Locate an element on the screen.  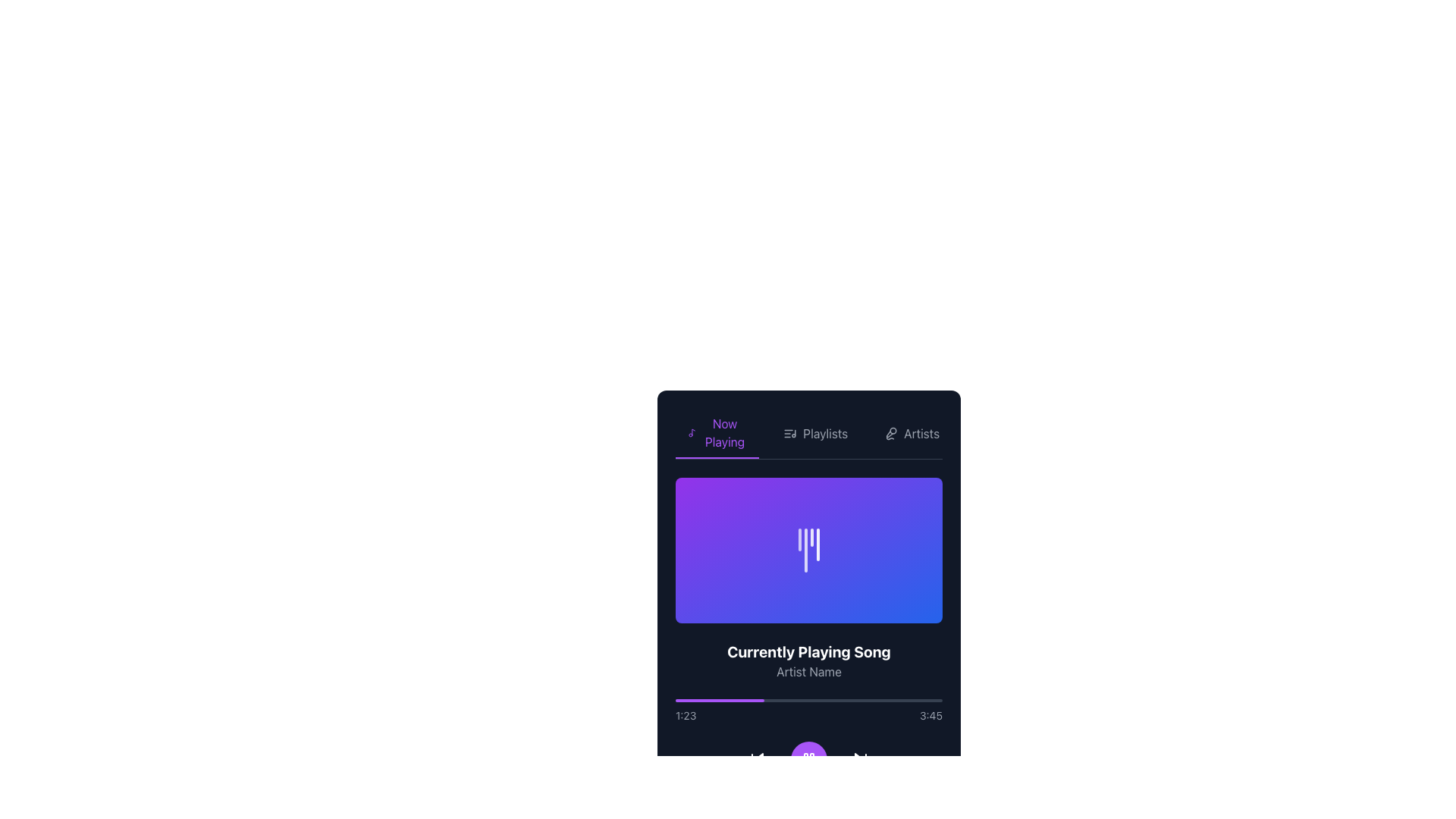
the musical list icon located within the 'Playlists' button at the center of the navigation bar is located at coordinates (789, 433).